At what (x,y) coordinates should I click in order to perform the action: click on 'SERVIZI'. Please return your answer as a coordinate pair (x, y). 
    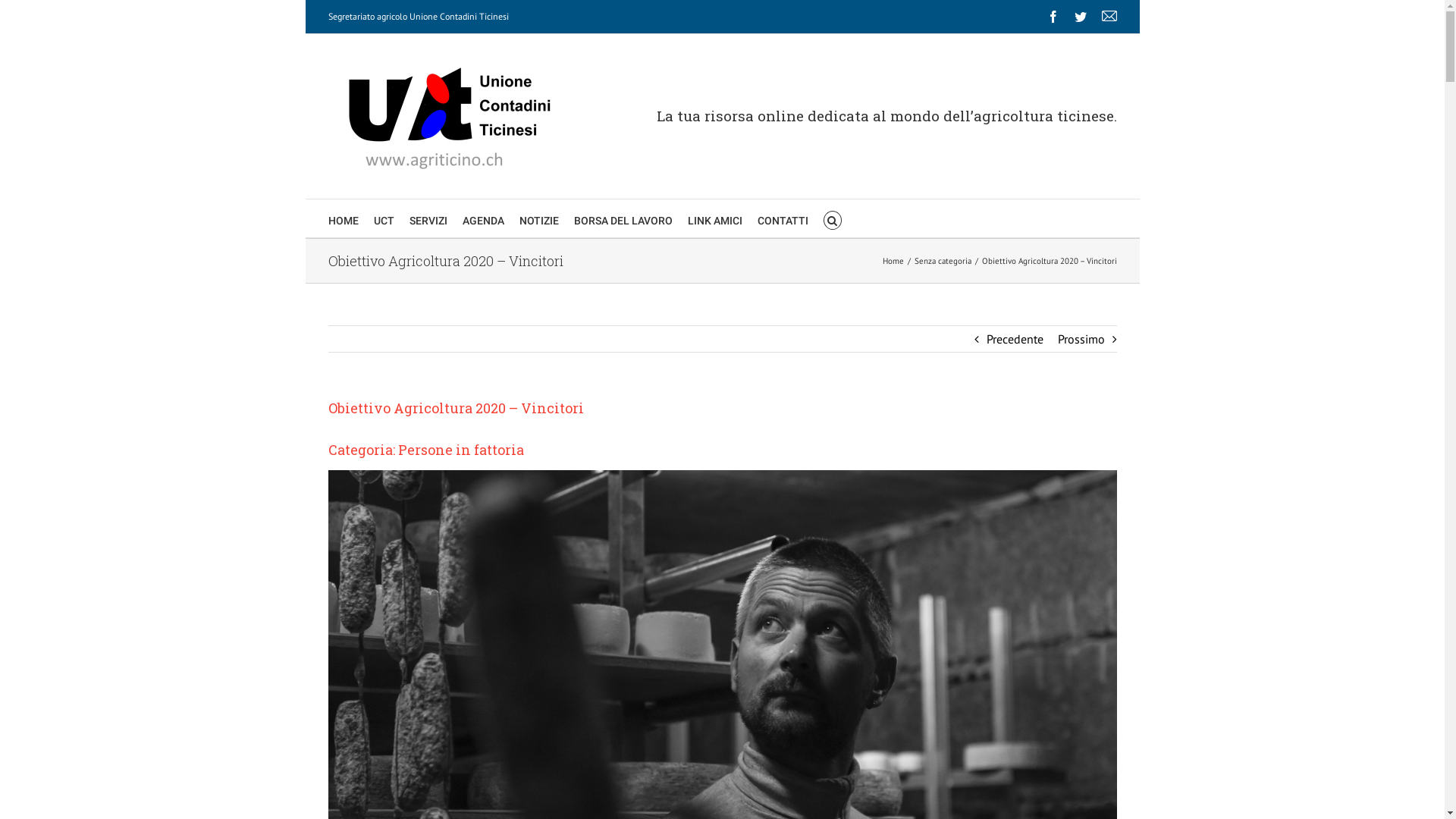
    Looking at the image, I should click on (428, 218).